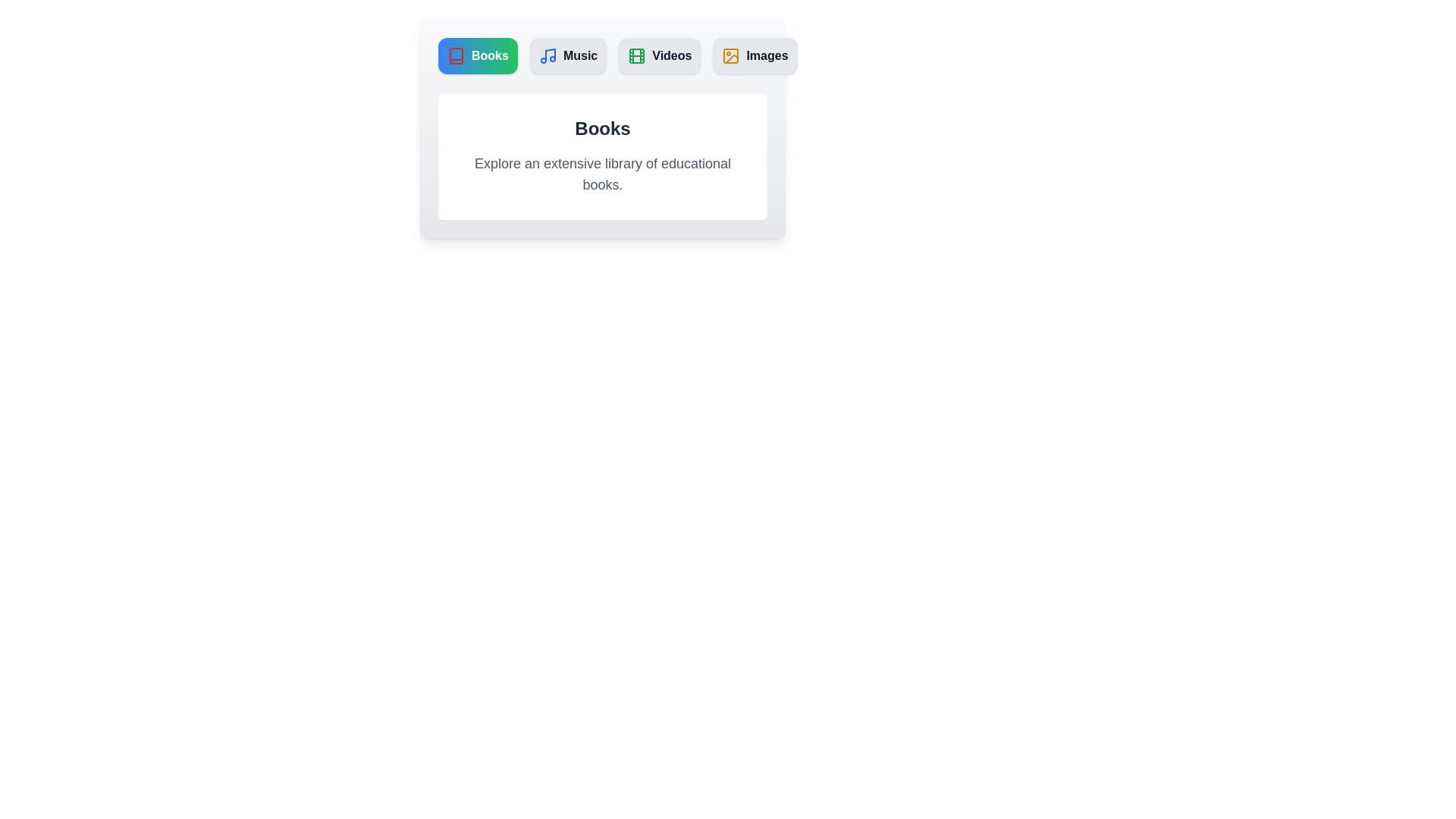 This screenshot has width=1456, height=819. What do you see at coordinates (567, 55) in the screenshot?
I see `the Music tab to view its content` at bounding box center [567, 55].